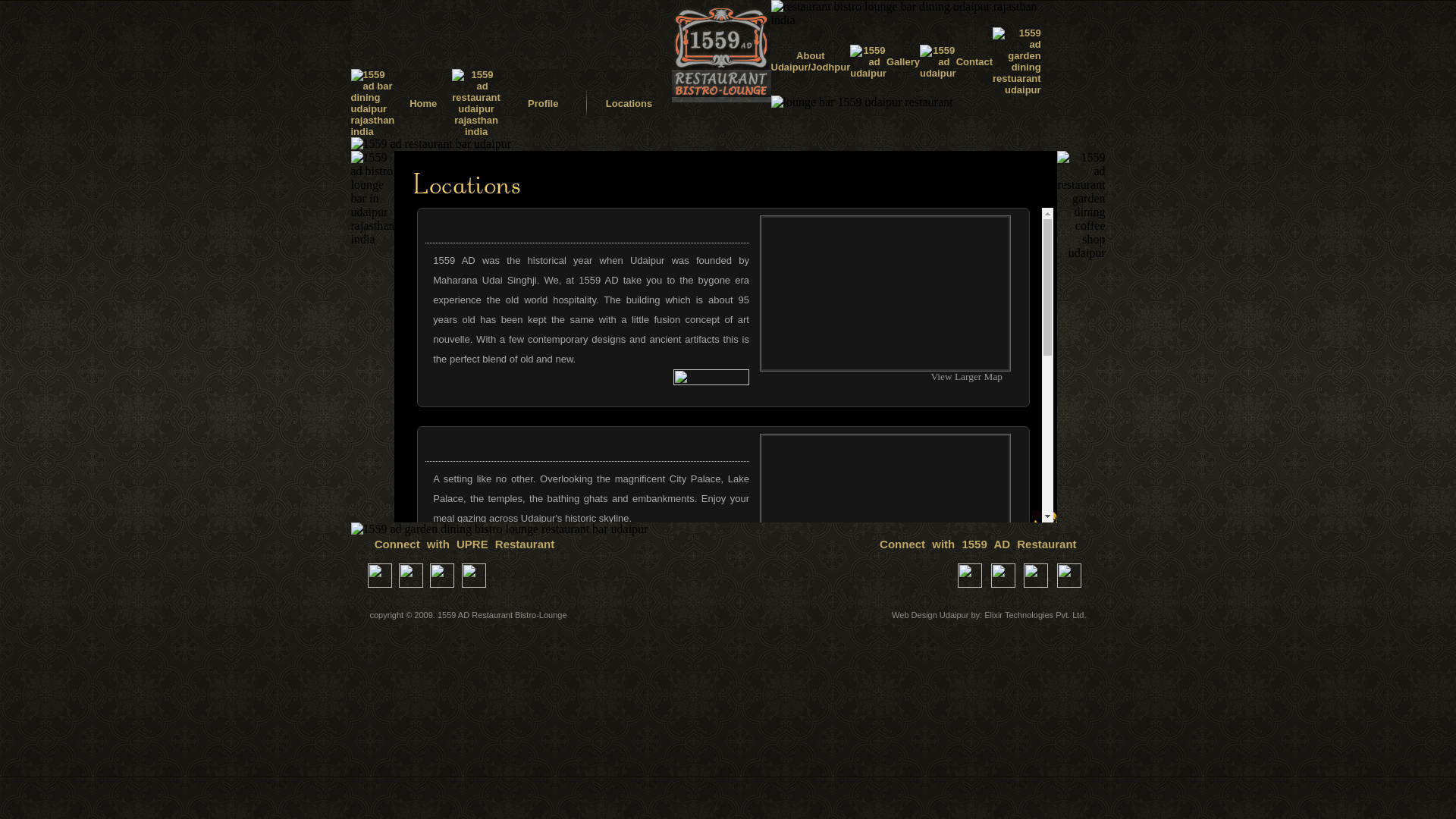 Image resolution: width=1456 pixels, height=819 pixels. I want to click on '1559 ad udaipur', so click(868, 60).